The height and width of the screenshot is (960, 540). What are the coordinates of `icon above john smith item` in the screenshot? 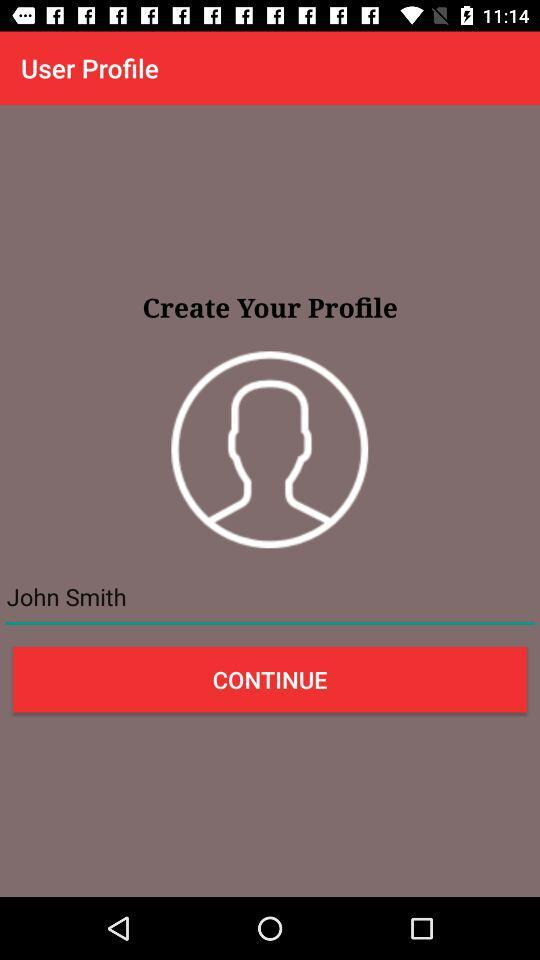 It's located at (269, 449).